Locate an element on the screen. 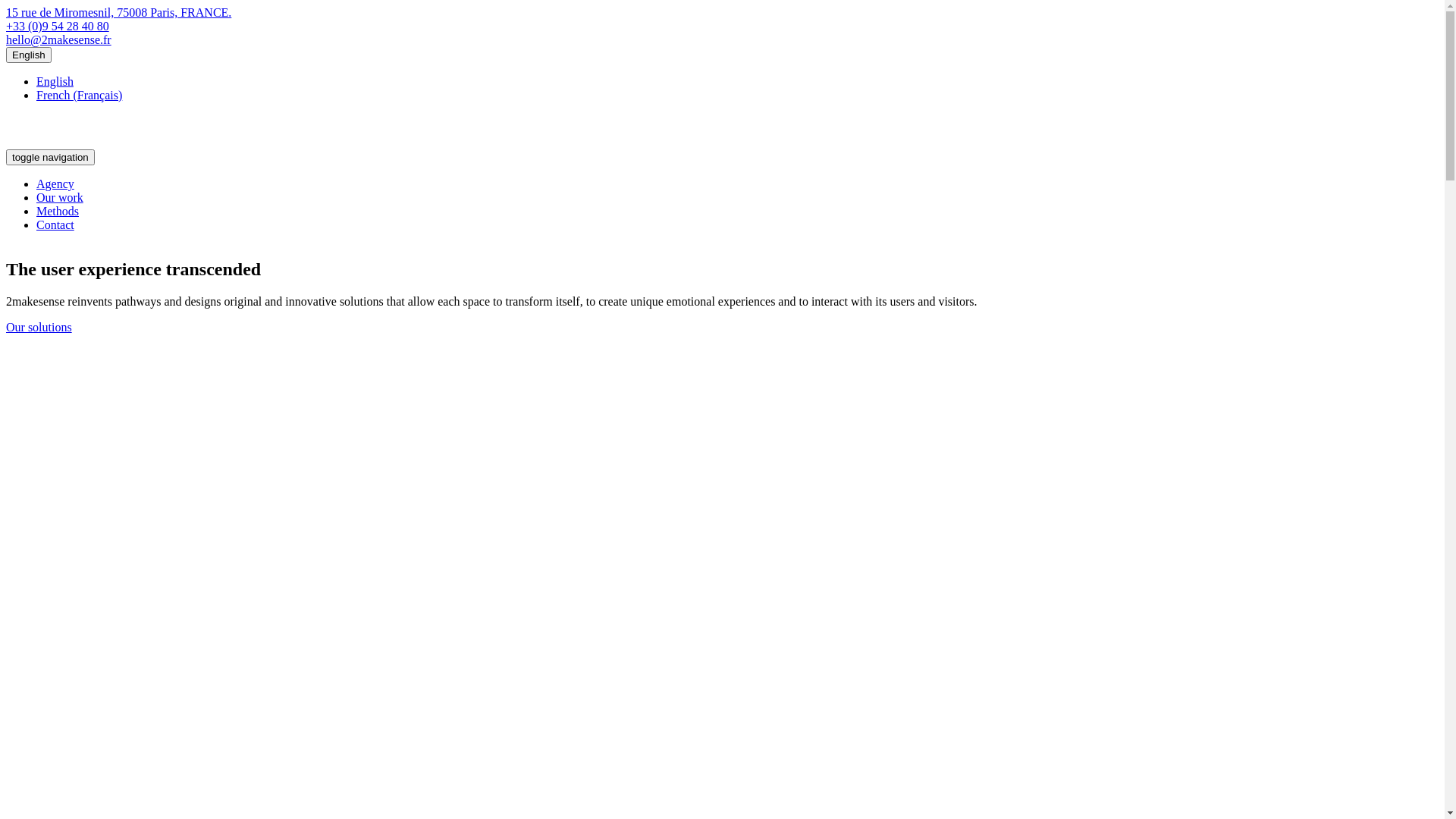 Image resolution: width=1456 pixels, height=819 pixels. '2makesense' is located at coordinates (64, 142).